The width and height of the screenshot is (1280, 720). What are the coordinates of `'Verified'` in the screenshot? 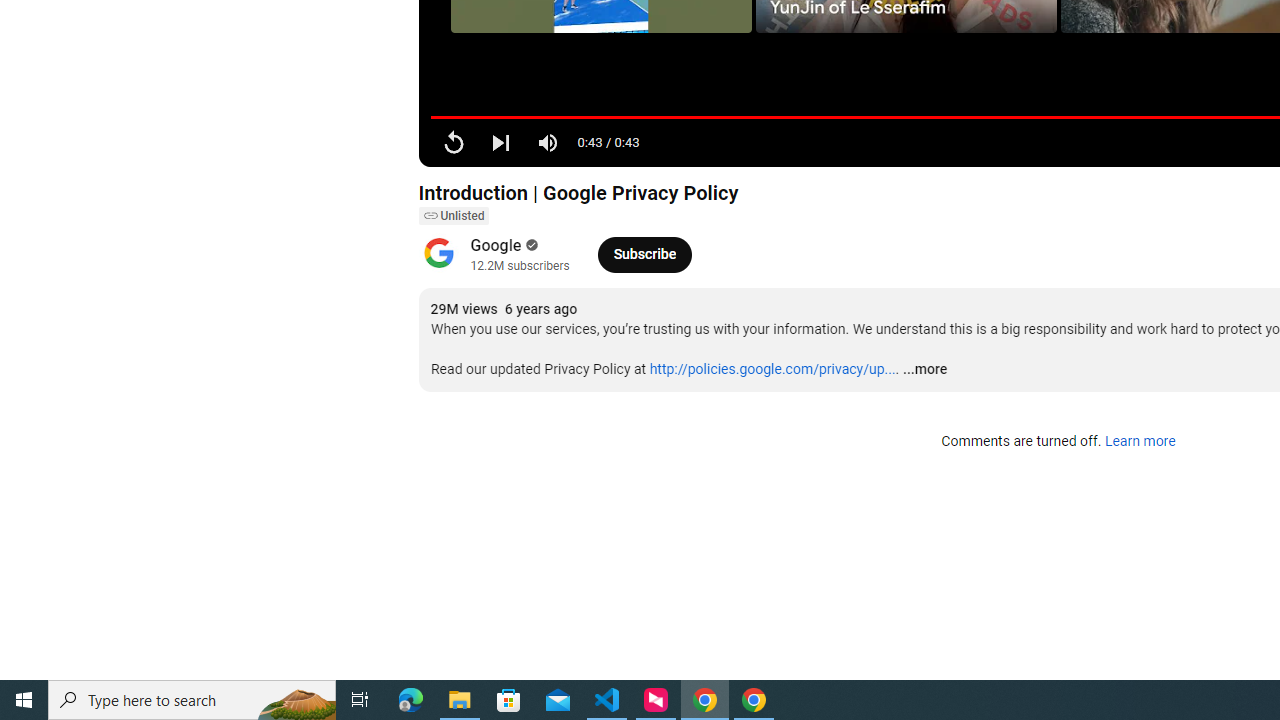 It's located at (530, 244).